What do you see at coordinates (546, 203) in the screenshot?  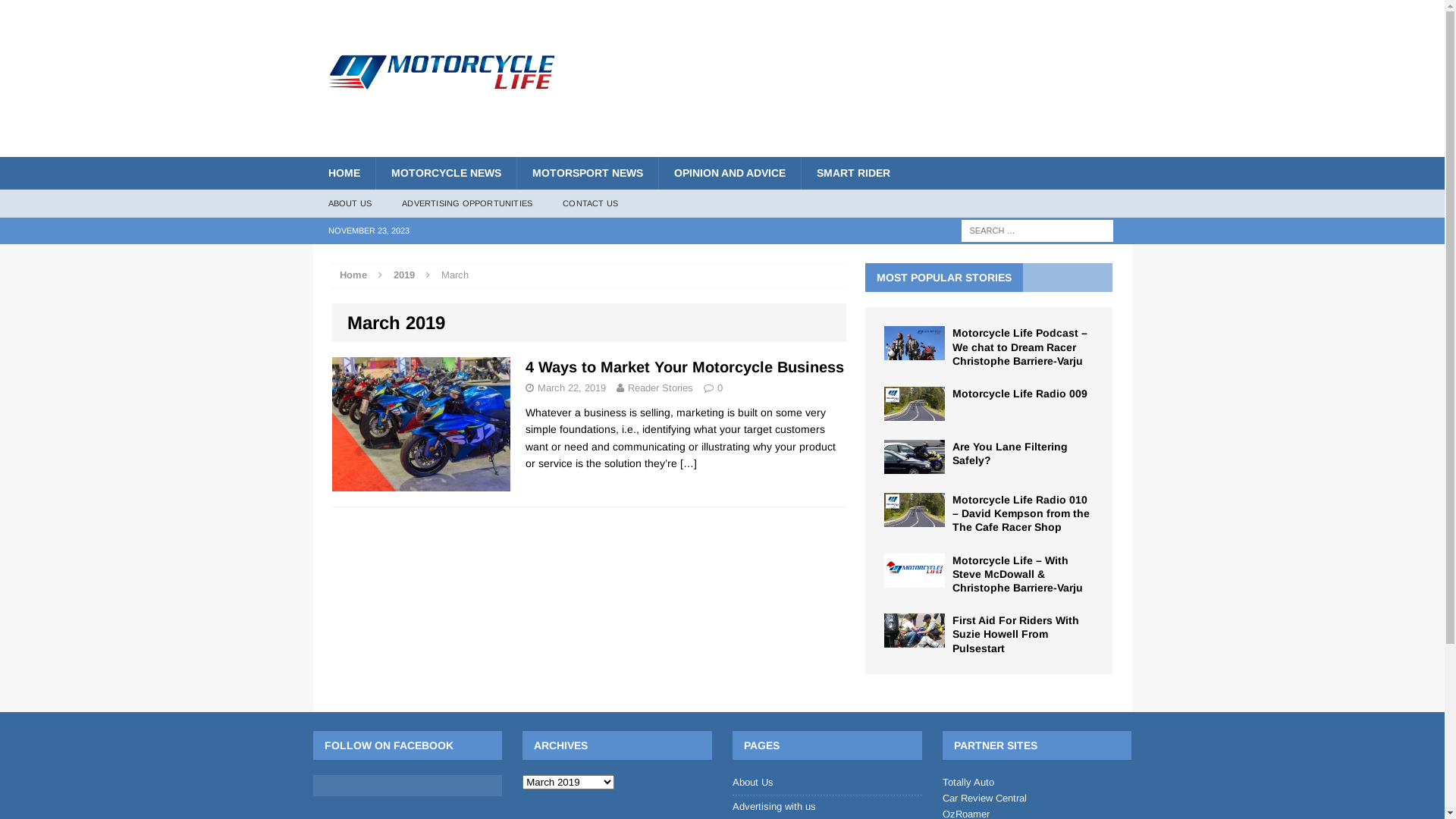 I see `'CONTACT US'` at bounding box center [546, 203].